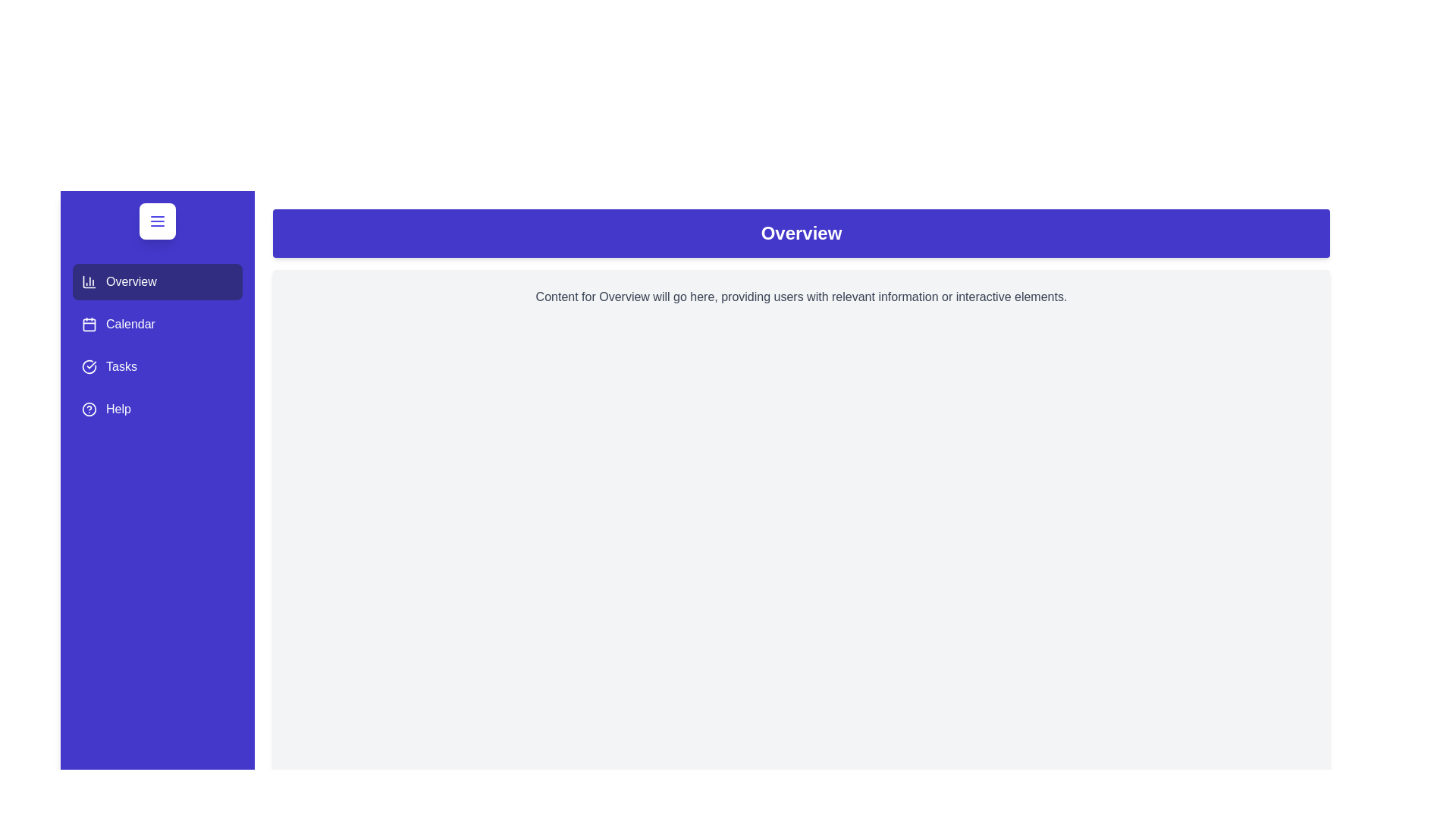 This screenshot has height=819, width=1456. I want to click on menu button to toggle the sidebar menu, so click(157, 221).